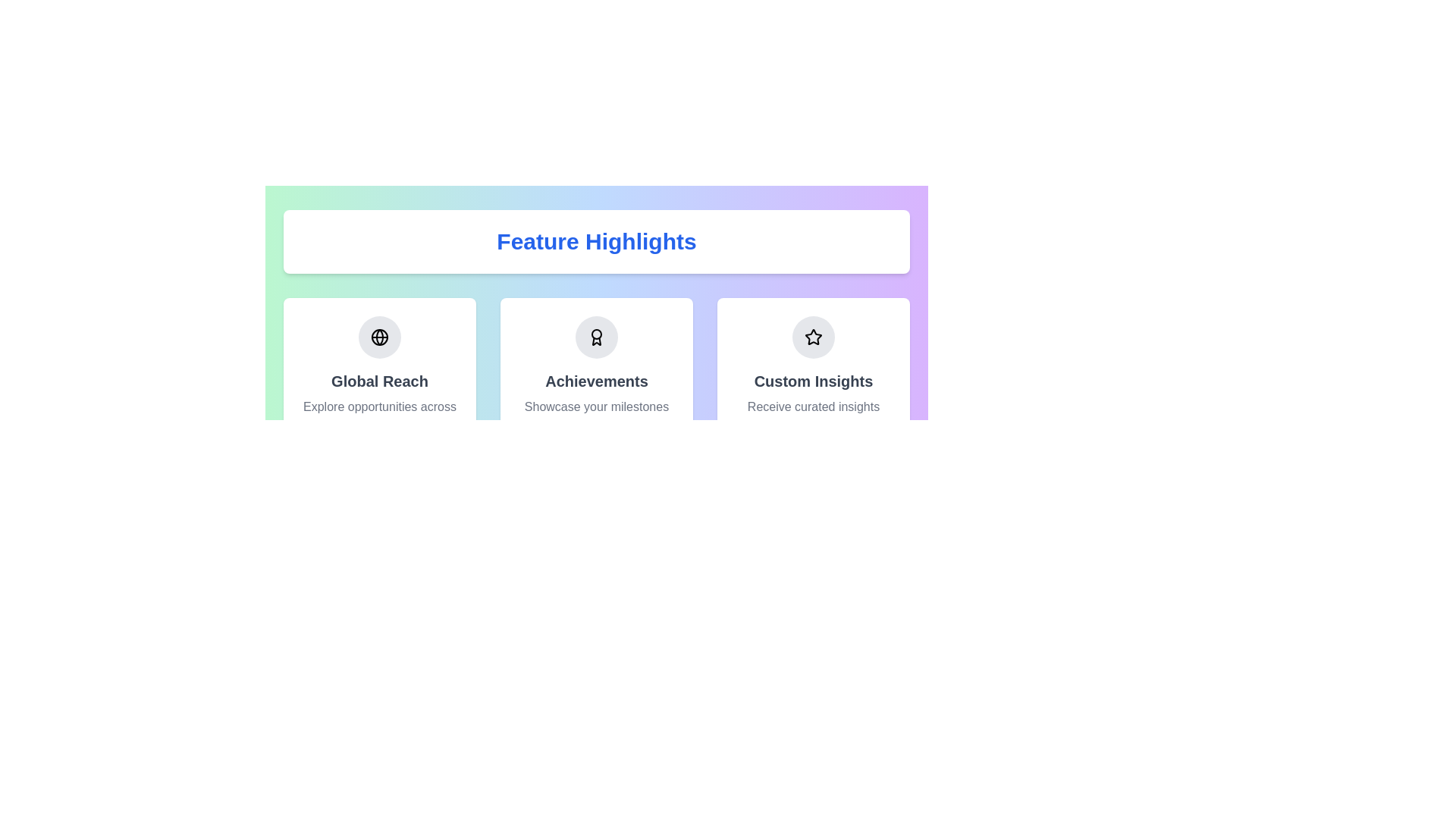  Describe the element at coordinates (379, 380) in the screenshot. I see `the text label that serves as a title within its card, summarizing the topic or feature, located centrally in its card under the 'Feature Highlights' header` at that location.